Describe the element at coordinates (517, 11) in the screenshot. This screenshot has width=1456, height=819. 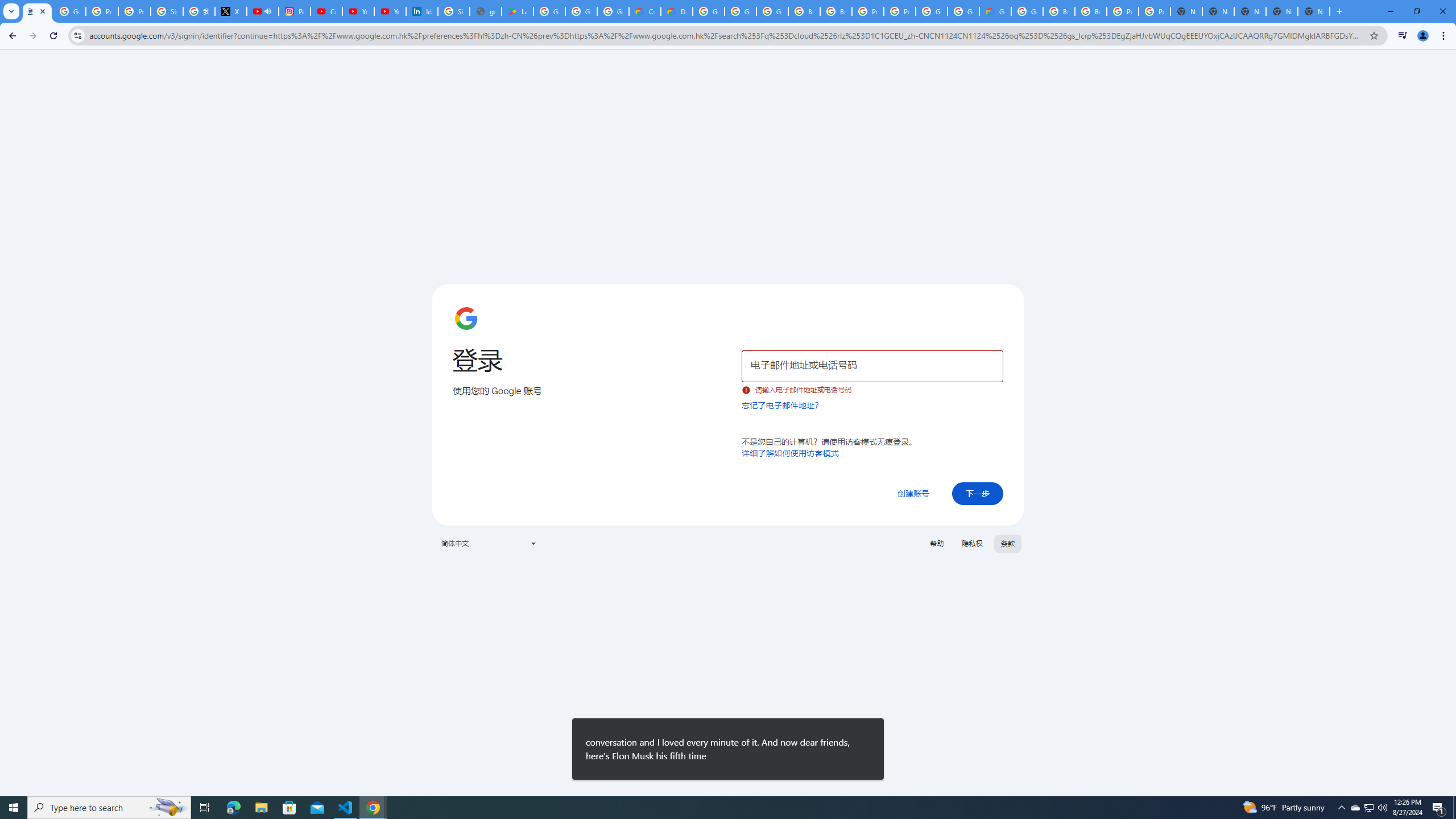
I see `'Last Shelter: Survival - Apps on Google Play'` at that location.